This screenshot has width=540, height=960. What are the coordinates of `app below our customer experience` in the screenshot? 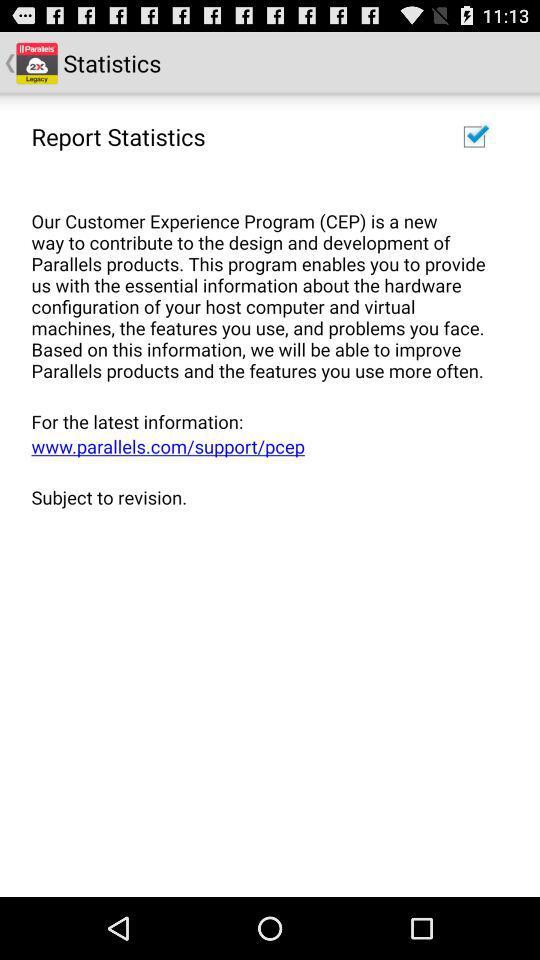 It's located at (263, 421).